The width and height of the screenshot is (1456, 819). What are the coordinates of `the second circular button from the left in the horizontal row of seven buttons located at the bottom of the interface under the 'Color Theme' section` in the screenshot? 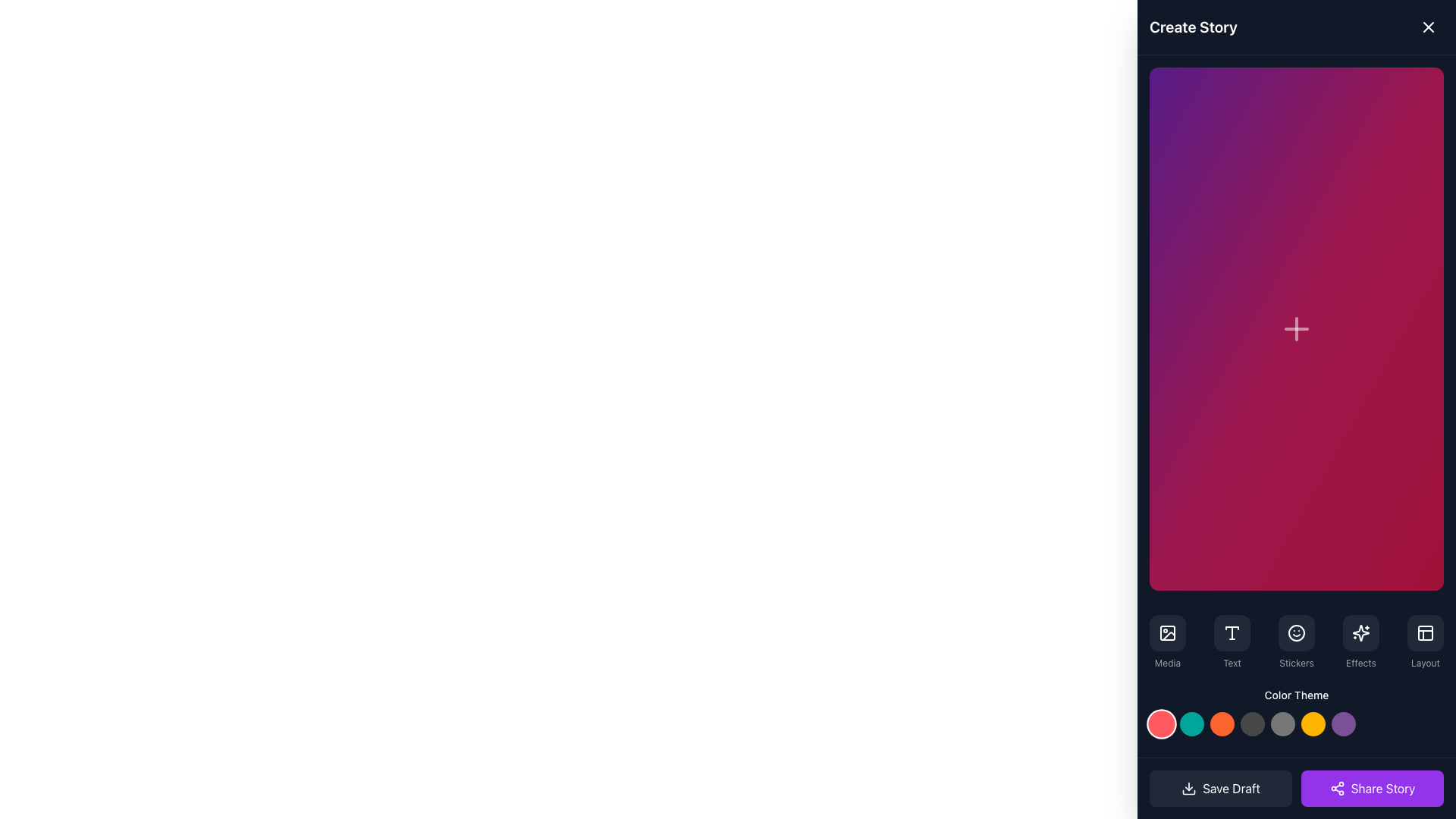 It's located at (1191, 722).